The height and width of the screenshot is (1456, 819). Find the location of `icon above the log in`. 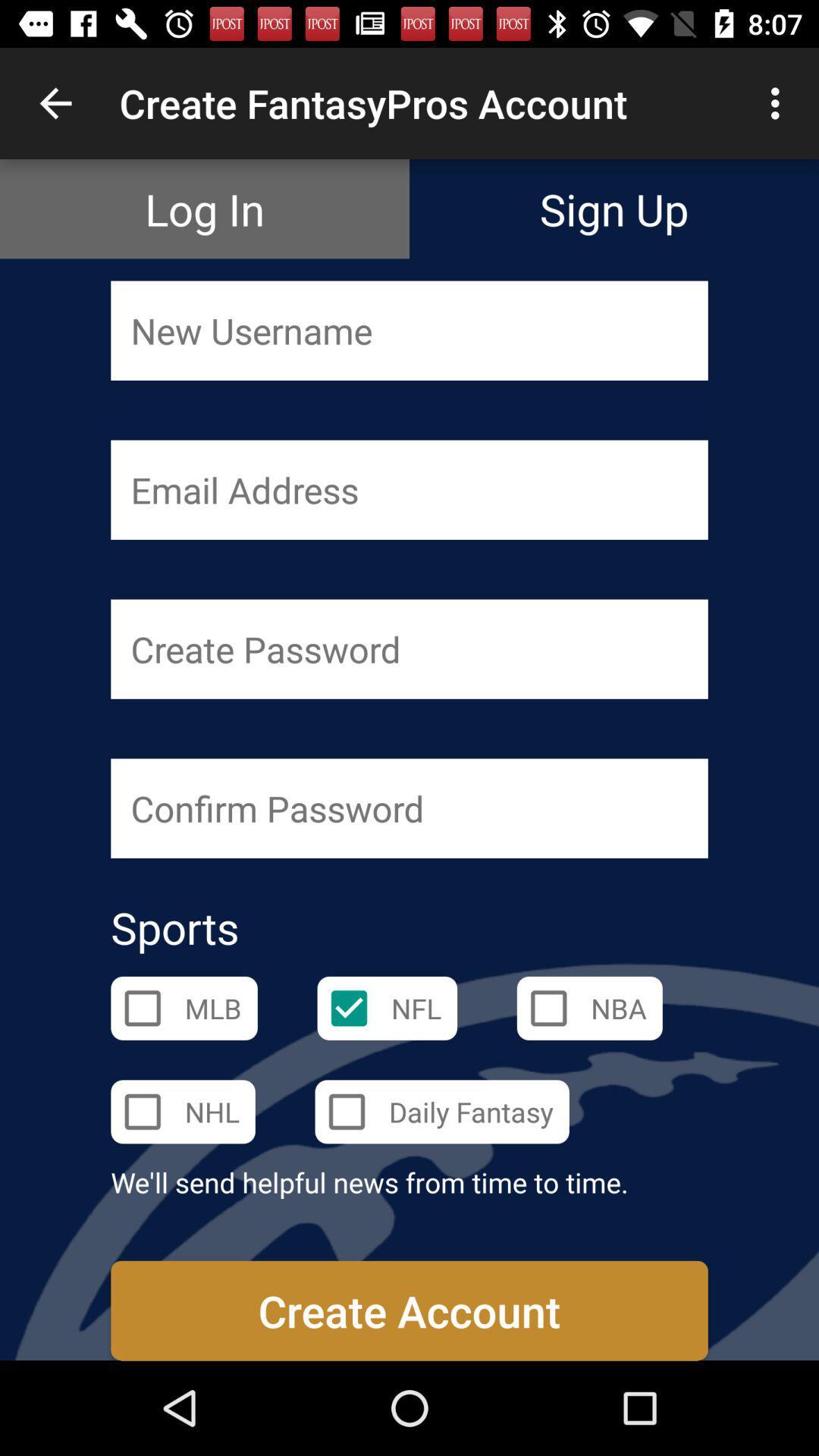

icon above the log in is located at coordinates (55, 102).